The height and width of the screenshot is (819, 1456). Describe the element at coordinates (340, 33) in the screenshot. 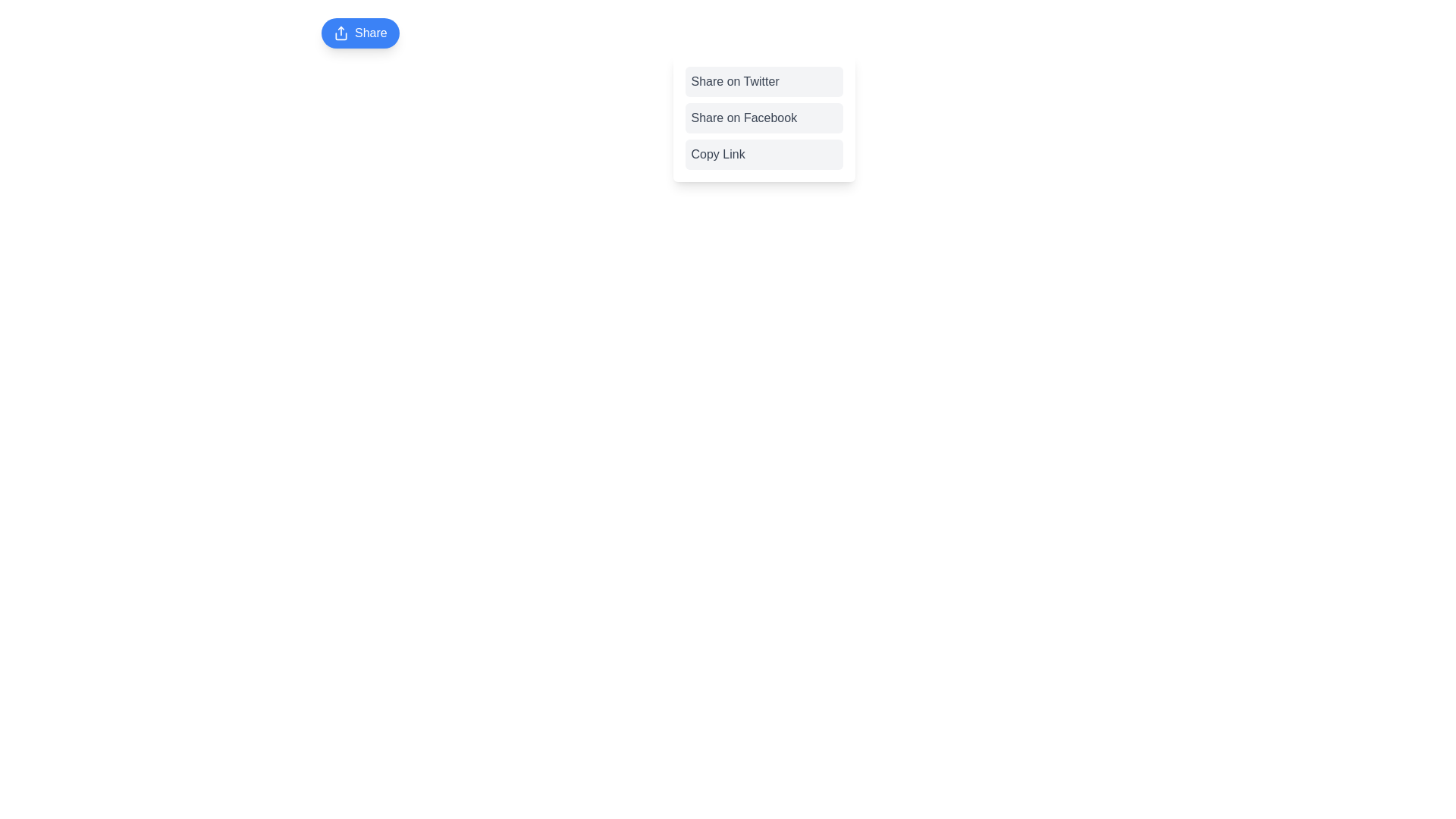

I see `the share icon located to the left of the text on the blue 'Share' button near the top-left area of the interface` at that location.